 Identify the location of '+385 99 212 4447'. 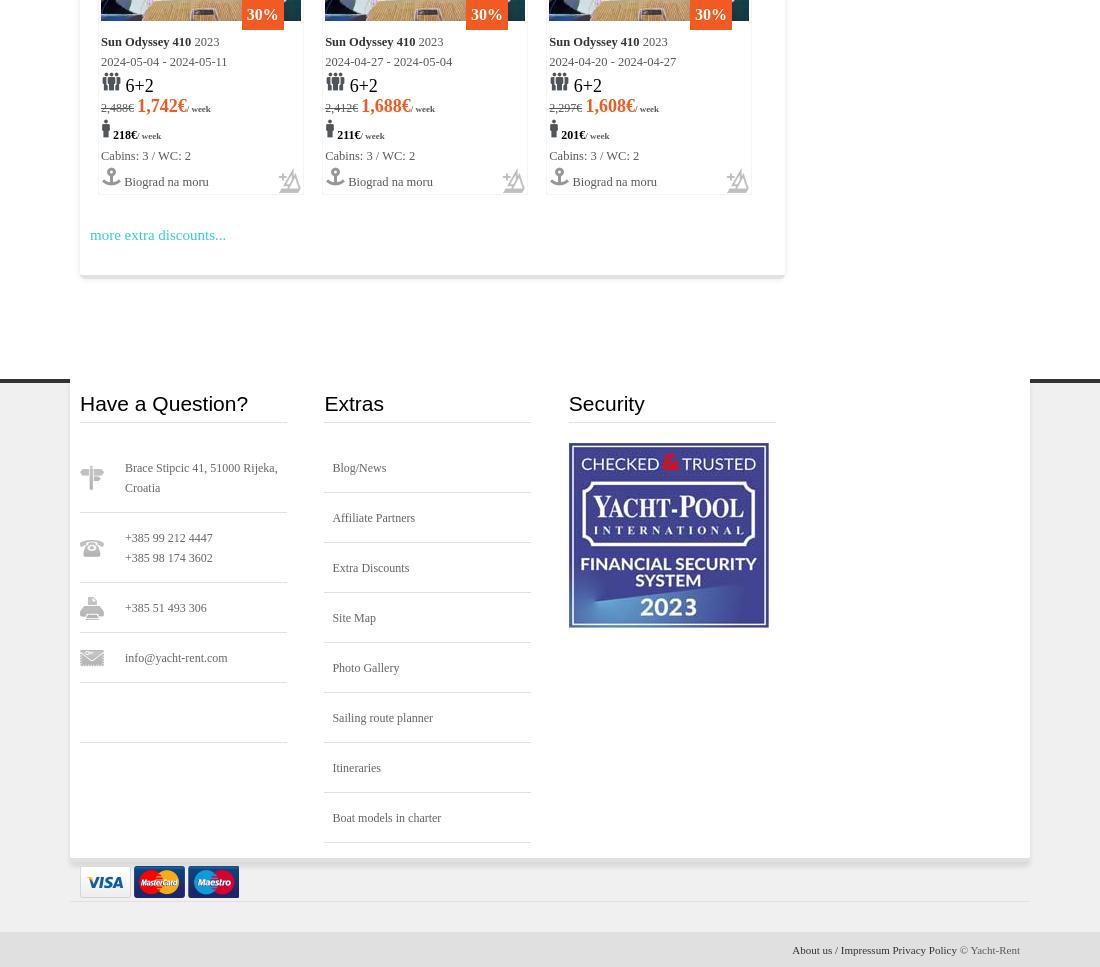
(167, 538).